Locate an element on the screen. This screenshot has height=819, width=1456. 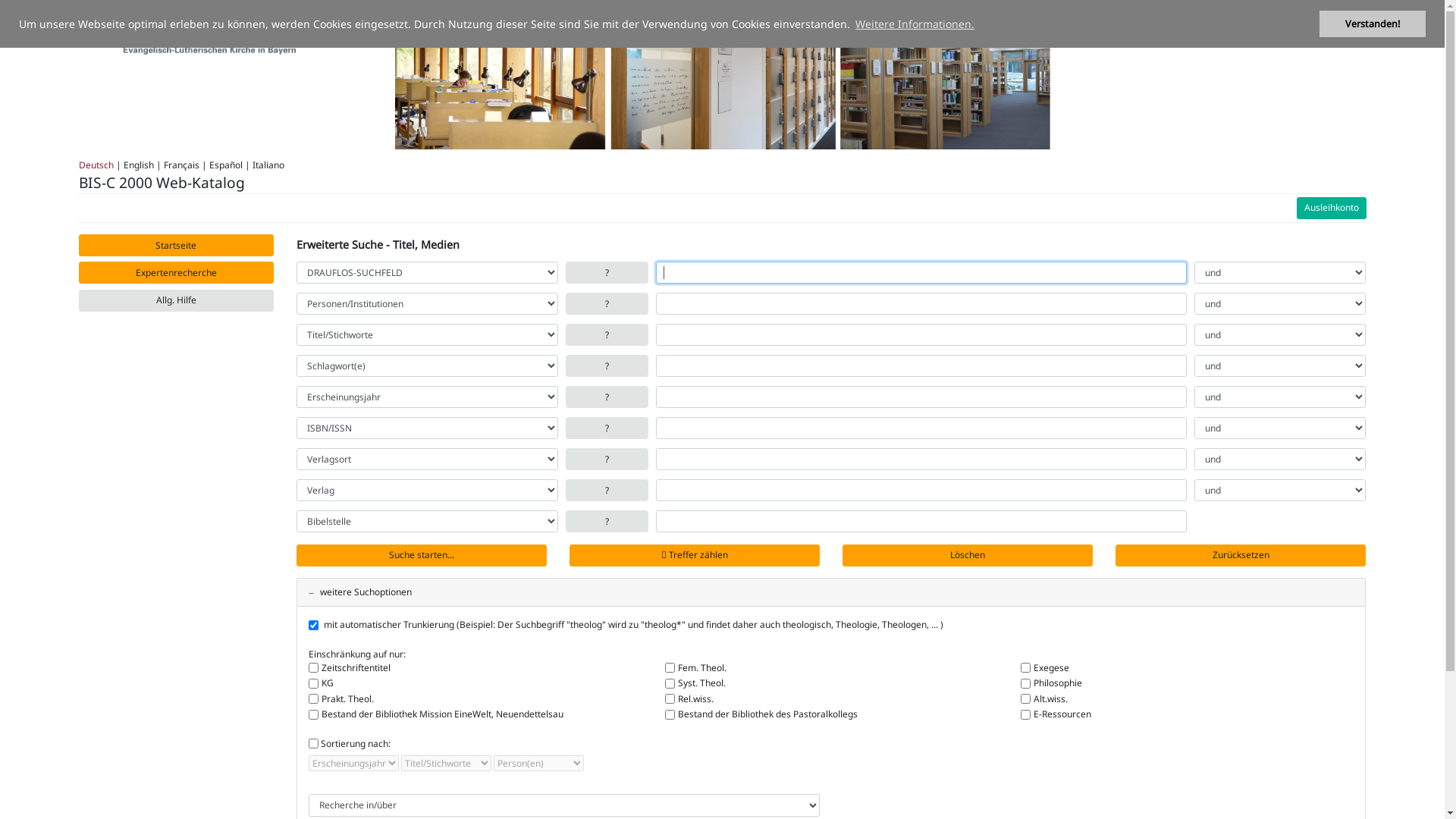
'DABIS - Bibliothek' is located at coordinates (186, 32).